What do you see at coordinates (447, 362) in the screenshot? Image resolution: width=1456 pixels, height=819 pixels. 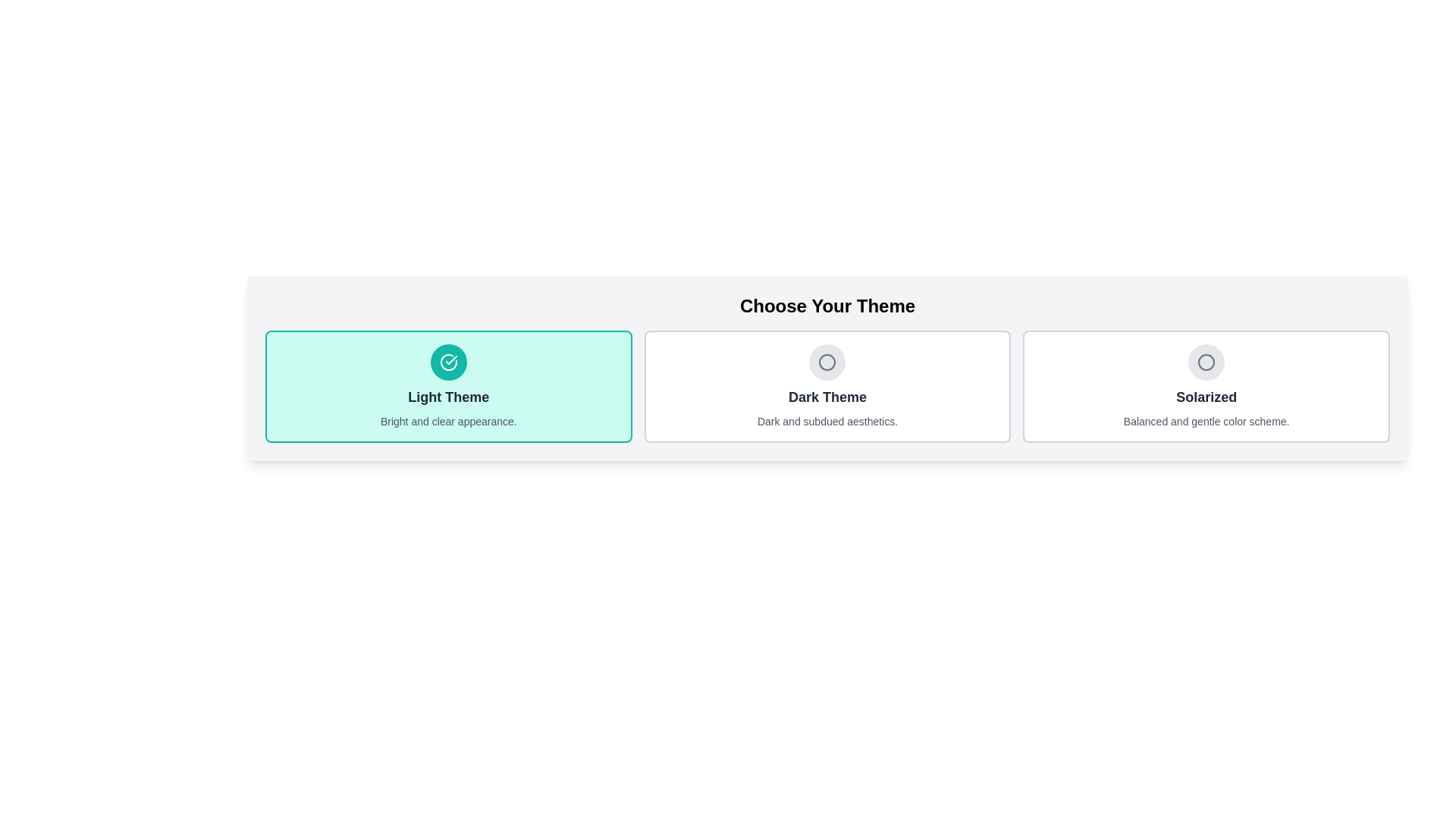 I see `the circular icon with a teal background and a white checkmark, located at the top center of the 'Light Theme' card` at bounding box center [447, 362].